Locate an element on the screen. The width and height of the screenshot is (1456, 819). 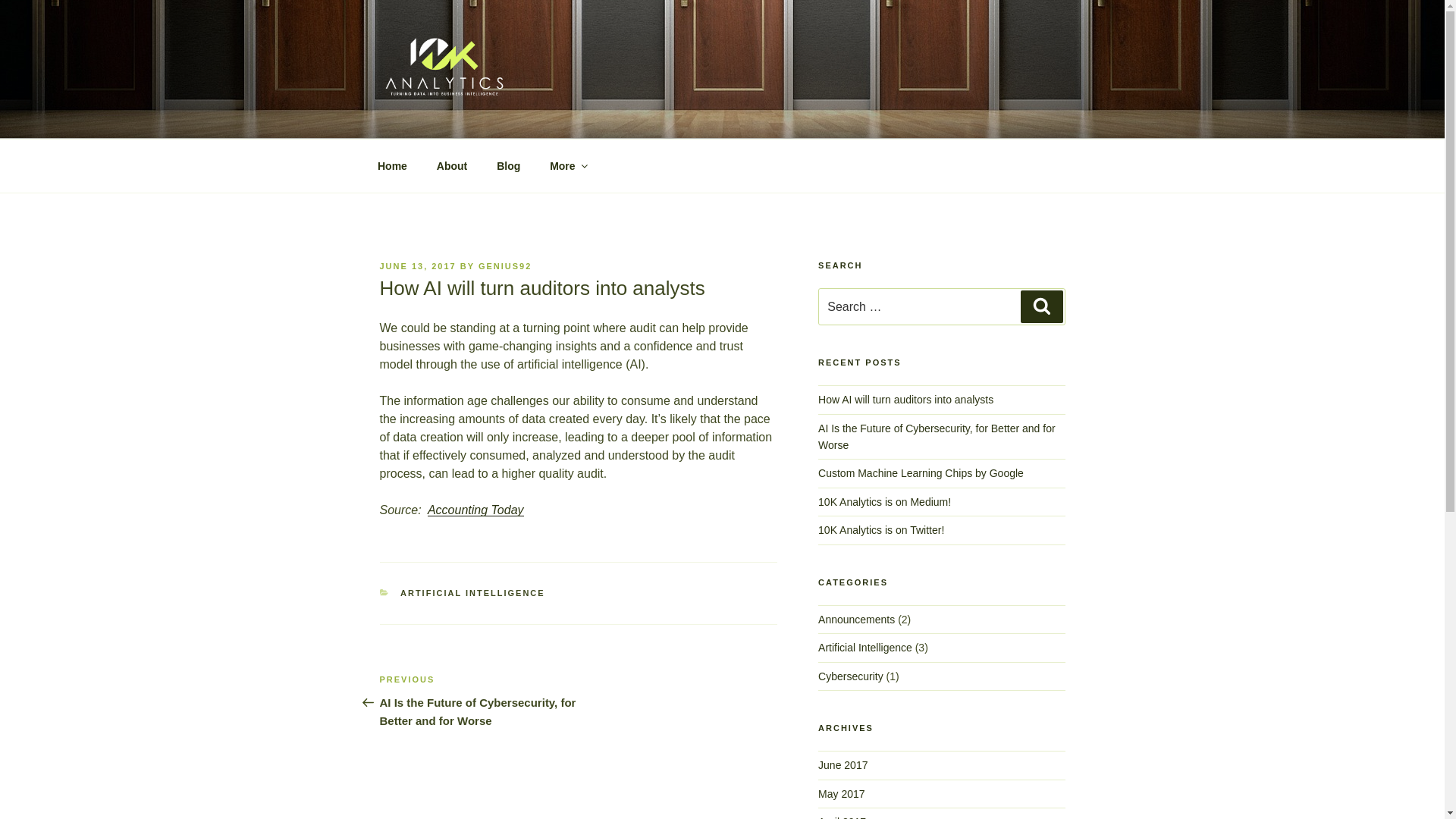
'JUNE 13, 2017' is located at coordinates (417, 265).